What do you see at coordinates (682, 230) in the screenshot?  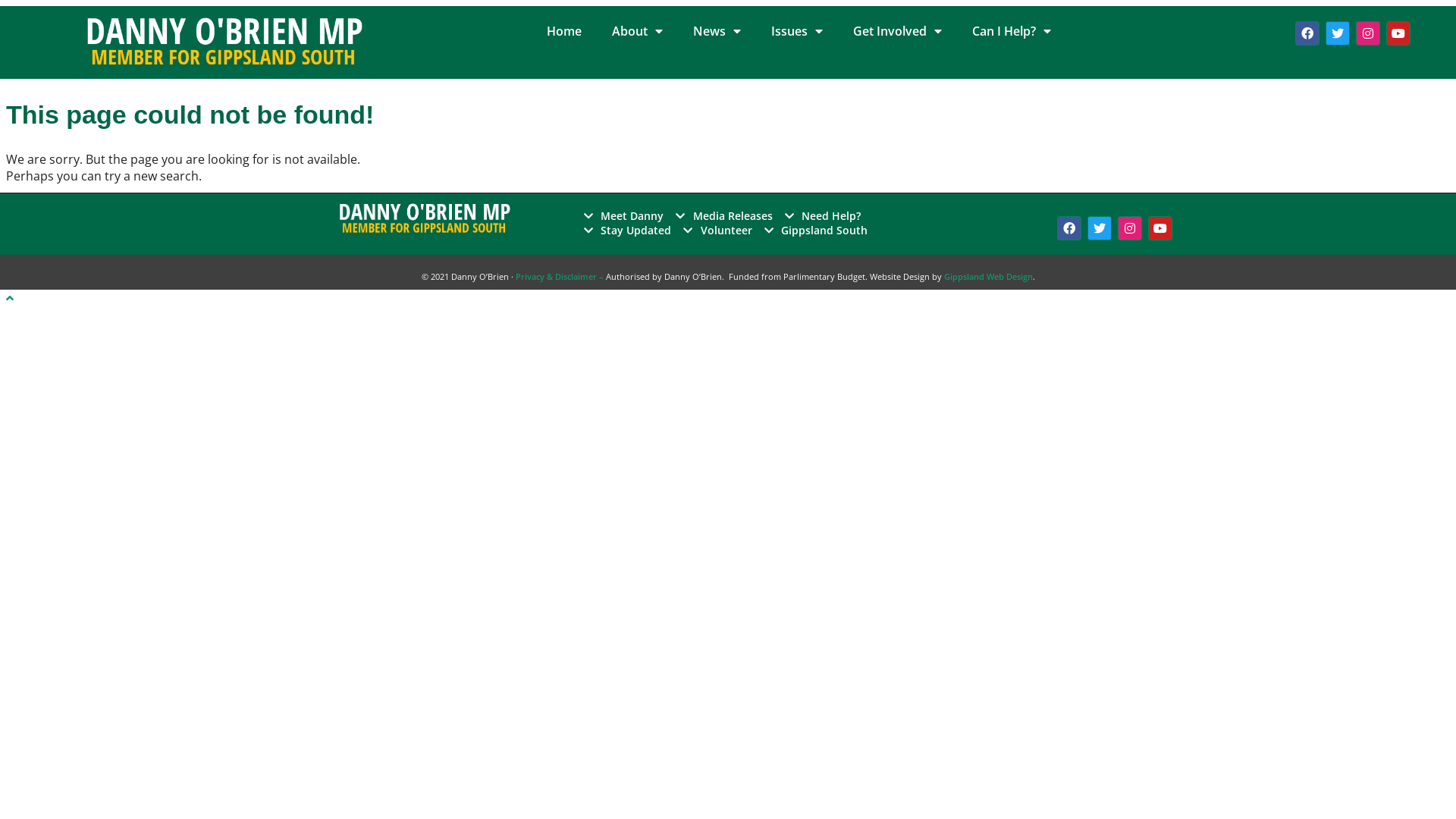 I see `'Volunteer'` at bounding box center [682, 230].